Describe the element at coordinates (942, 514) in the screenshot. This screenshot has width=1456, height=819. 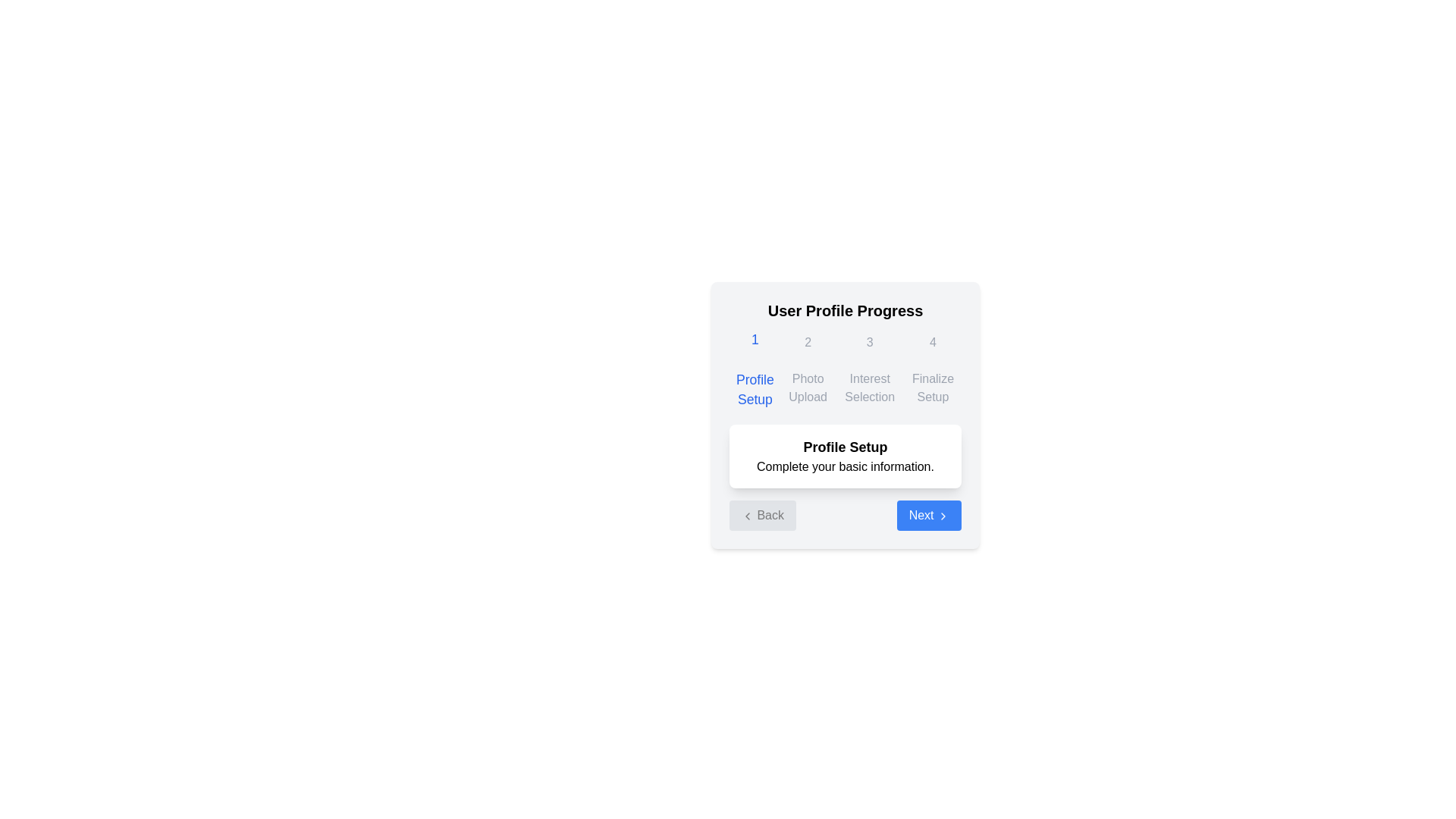
I see `the chevron arrow SVG icon located on the right side of the blue 'Next' button in the bottom-right corner of the interface under 'Profile Setup'` at that location.